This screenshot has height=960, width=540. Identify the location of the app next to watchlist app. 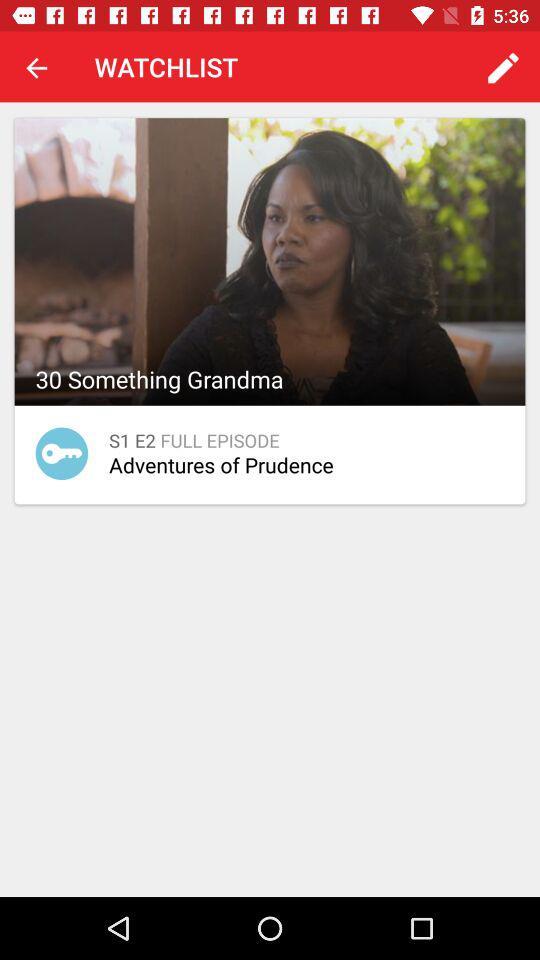
(502, 67).